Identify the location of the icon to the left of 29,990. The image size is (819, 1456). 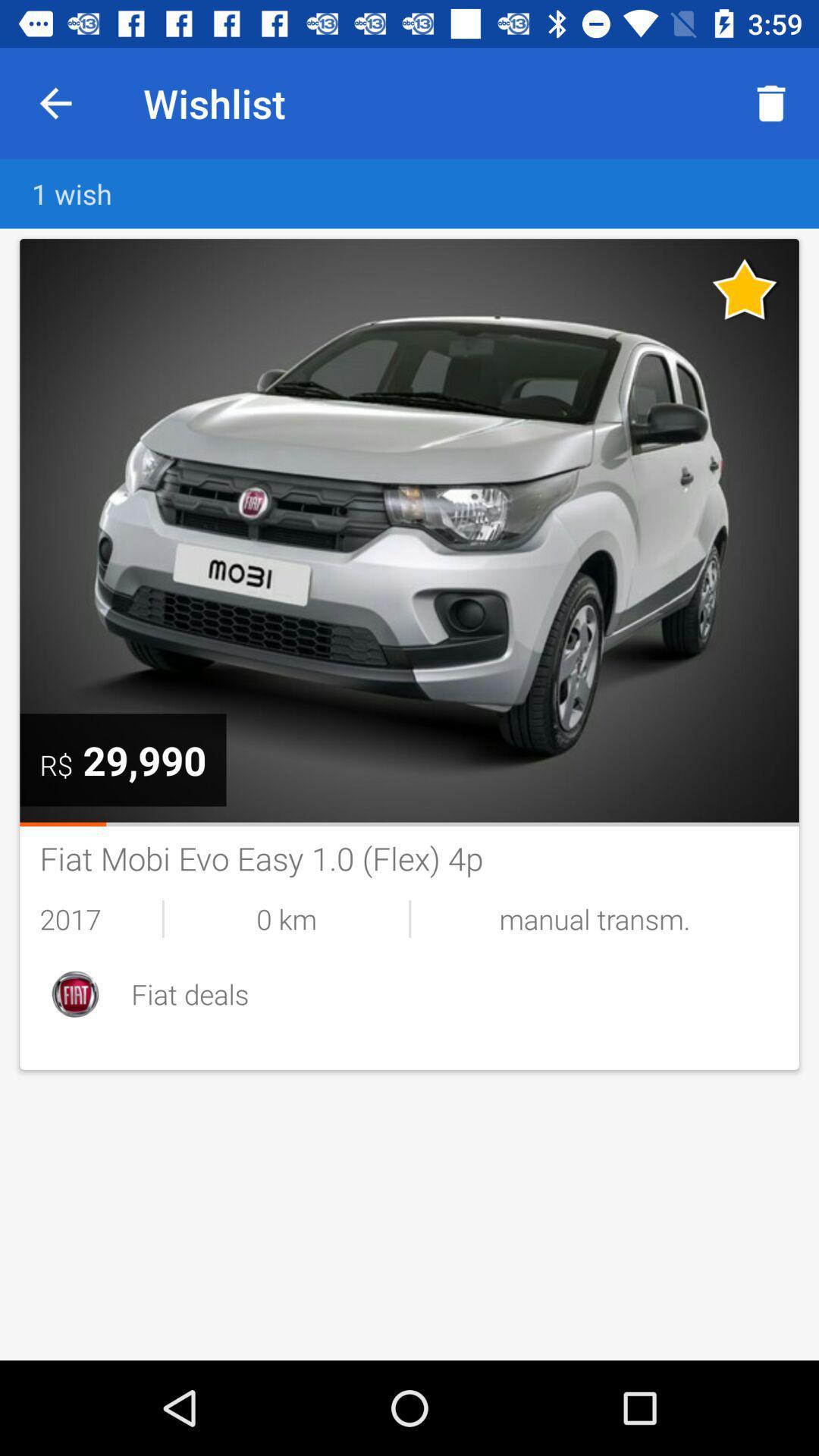
(55, 764).